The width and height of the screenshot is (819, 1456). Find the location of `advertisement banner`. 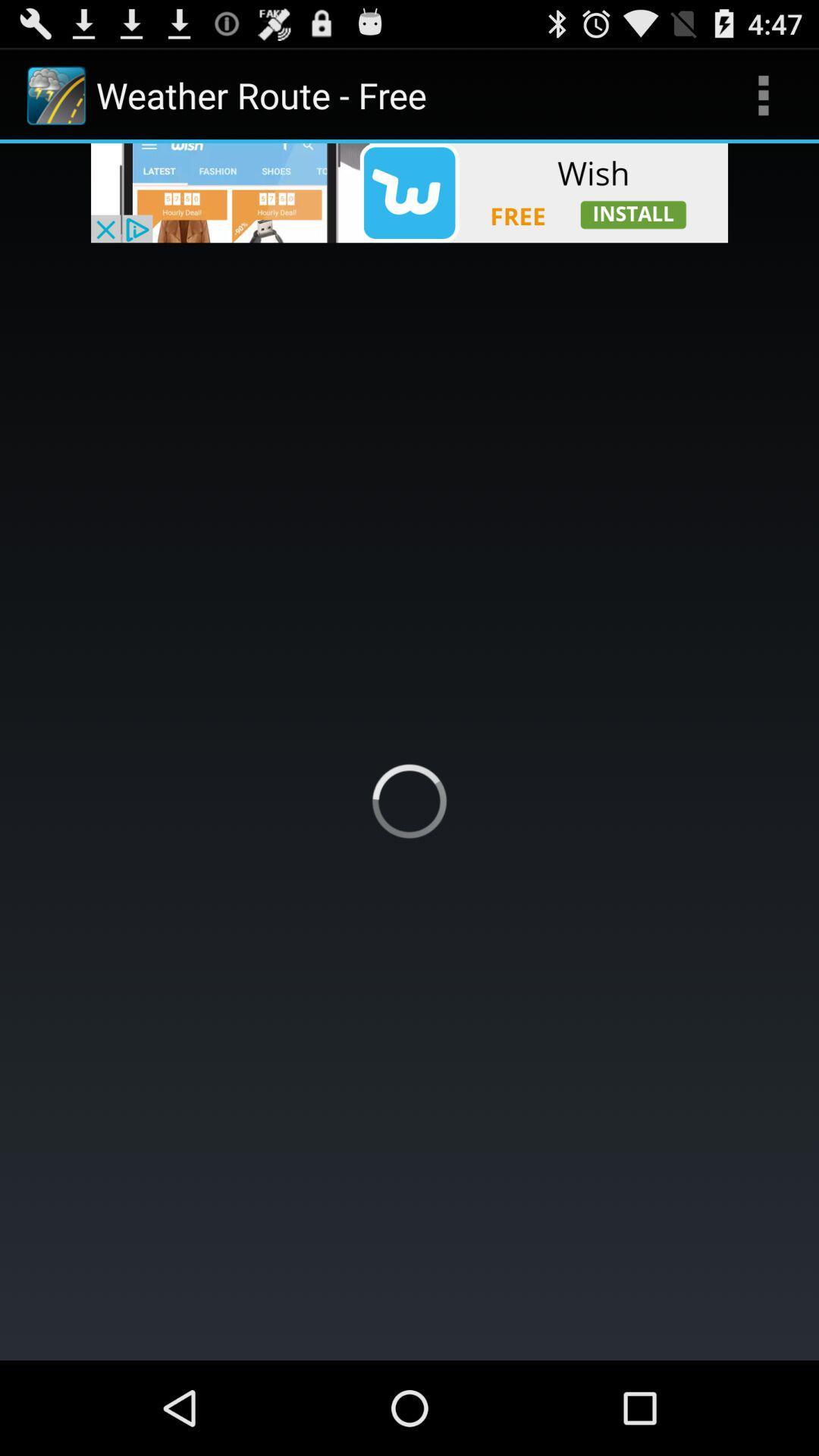

advertisement banner is located at coordinates (409, 192).